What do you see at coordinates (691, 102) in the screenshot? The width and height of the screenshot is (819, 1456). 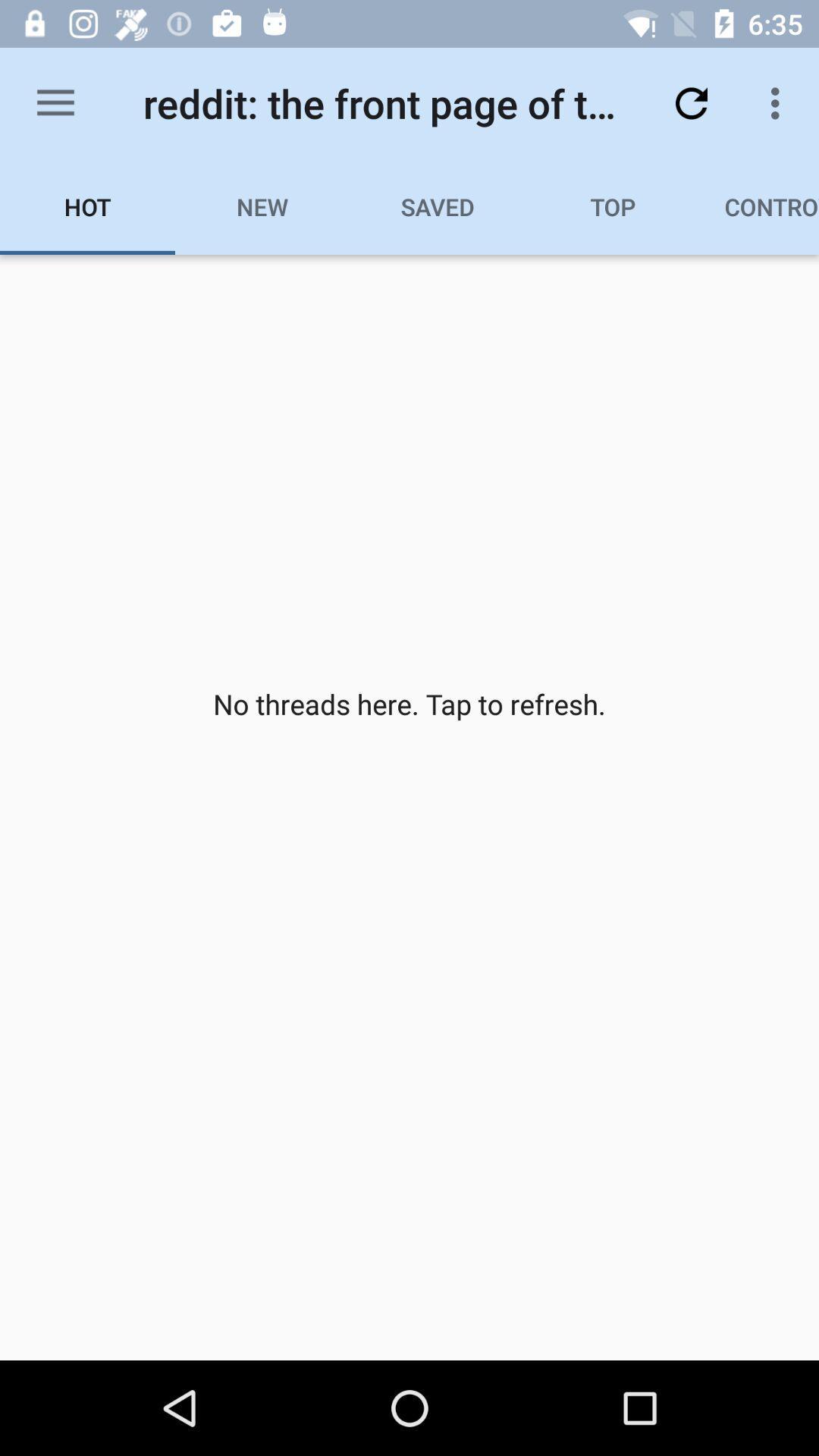 I see `the item above top` at bounding box center [691, 102].